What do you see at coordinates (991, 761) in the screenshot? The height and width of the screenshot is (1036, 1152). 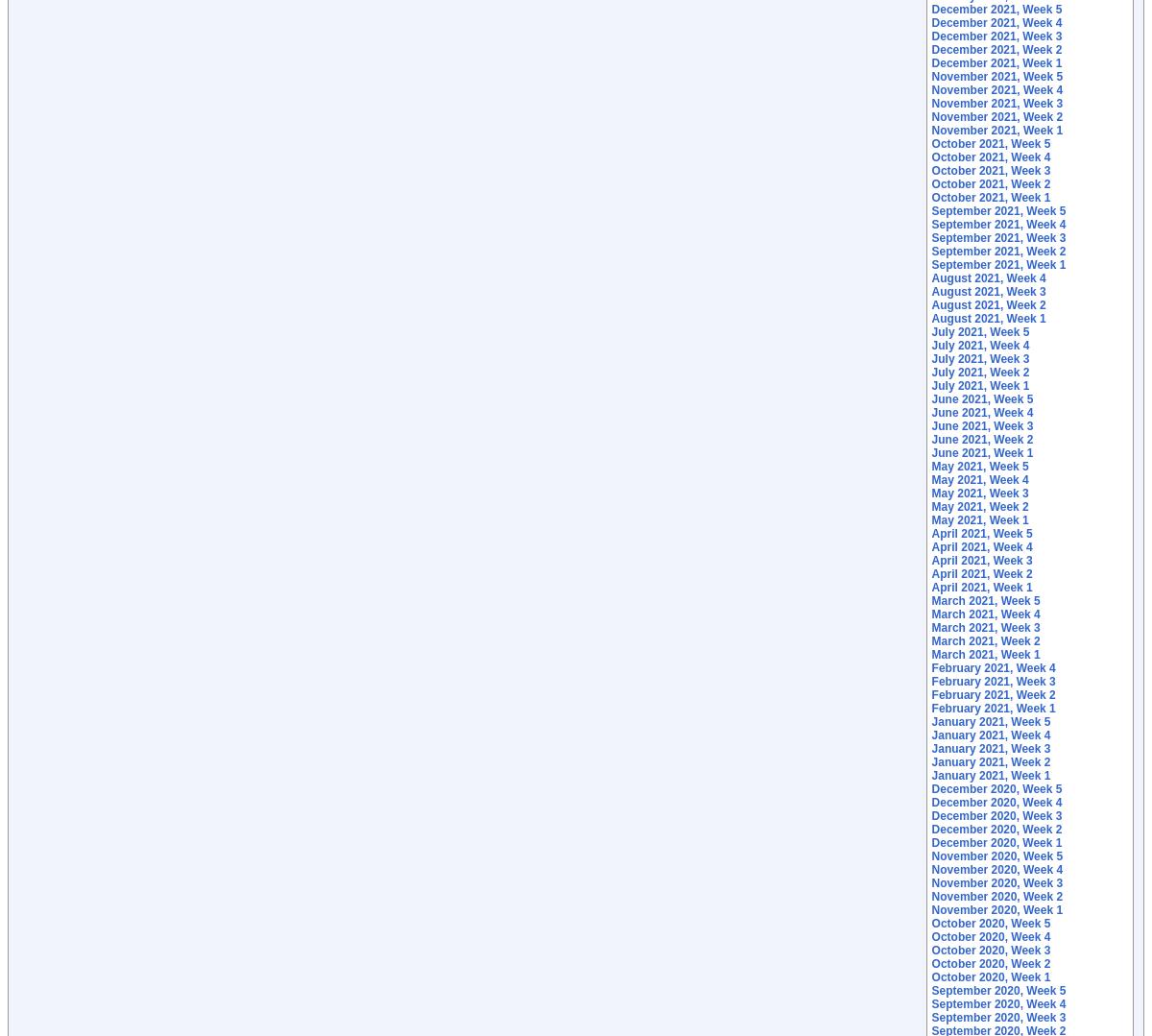 I see `'January 2021, Week 2'` at bounding box center [991, 761].